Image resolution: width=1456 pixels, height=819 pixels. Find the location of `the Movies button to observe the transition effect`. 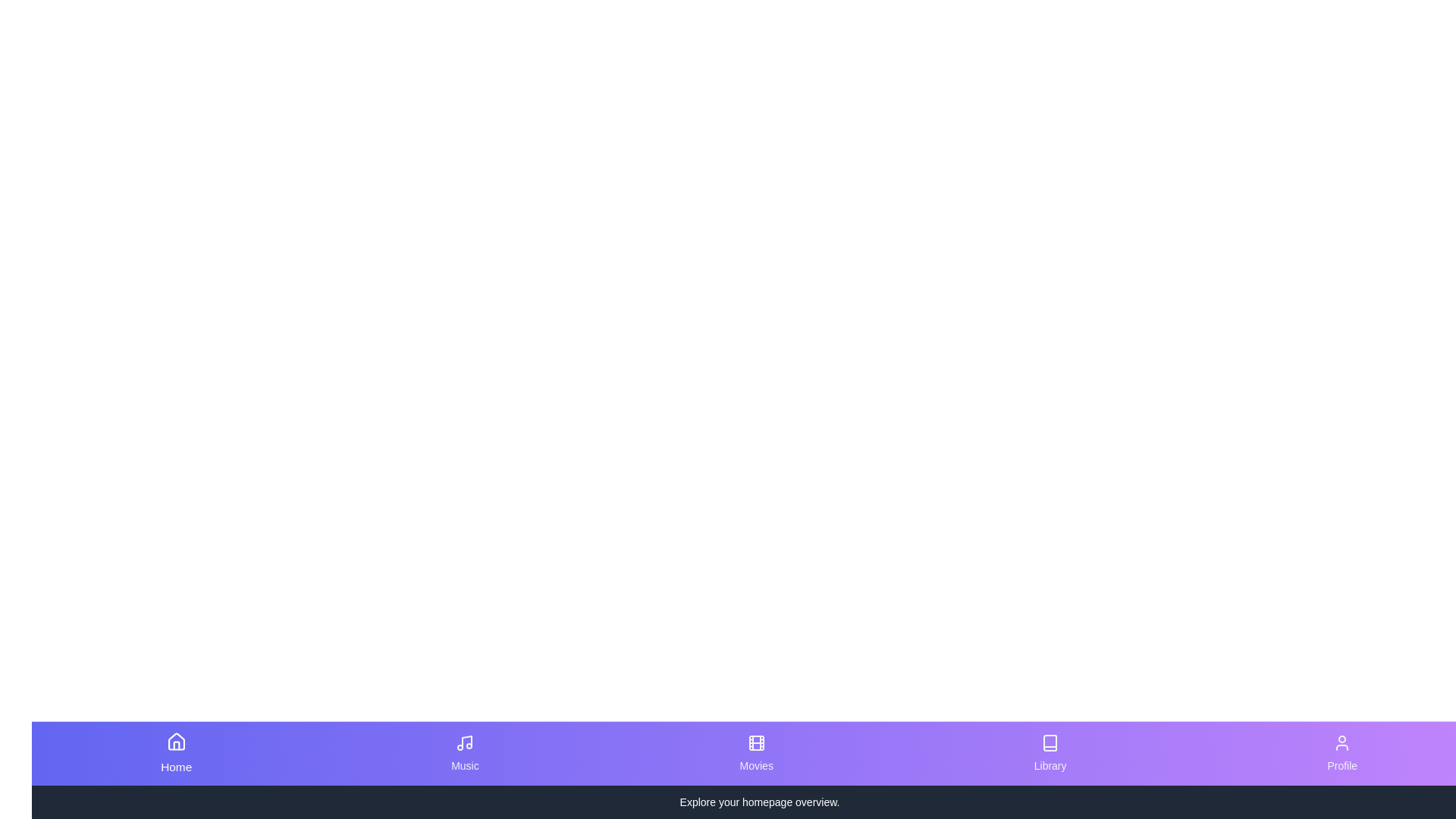

the Movies button to observe the transition effect is located at coordinates (756, 754).